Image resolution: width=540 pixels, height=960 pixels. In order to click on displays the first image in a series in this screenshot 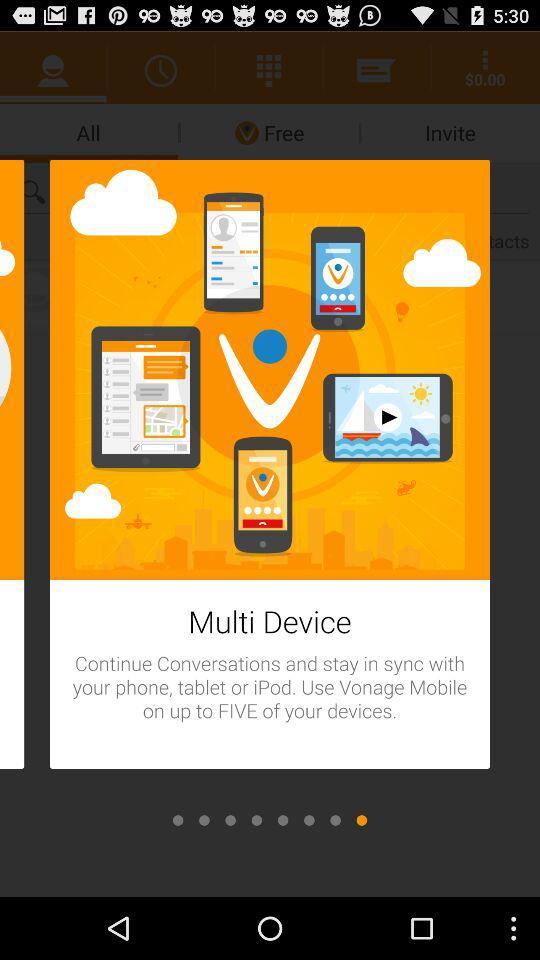, I will do `click(178, 820)`.